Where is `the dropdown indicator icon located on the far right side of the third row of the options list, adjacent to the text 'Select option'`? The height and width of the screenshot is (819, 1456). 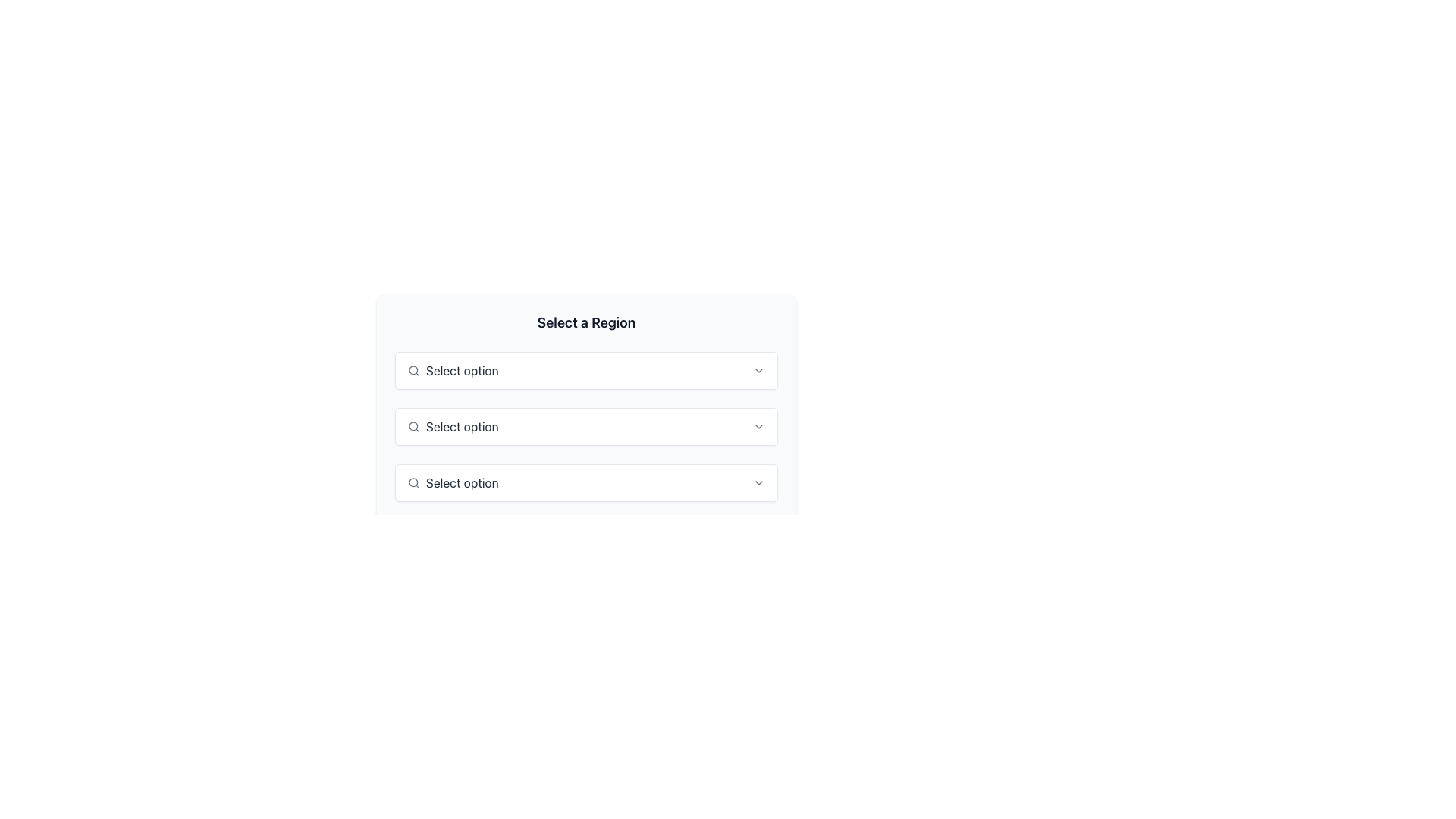
the dropdown indicator icon located on the far right side of the third row of the options list, adjacent to the text 'Select option' is located at coordinates (759, 482).